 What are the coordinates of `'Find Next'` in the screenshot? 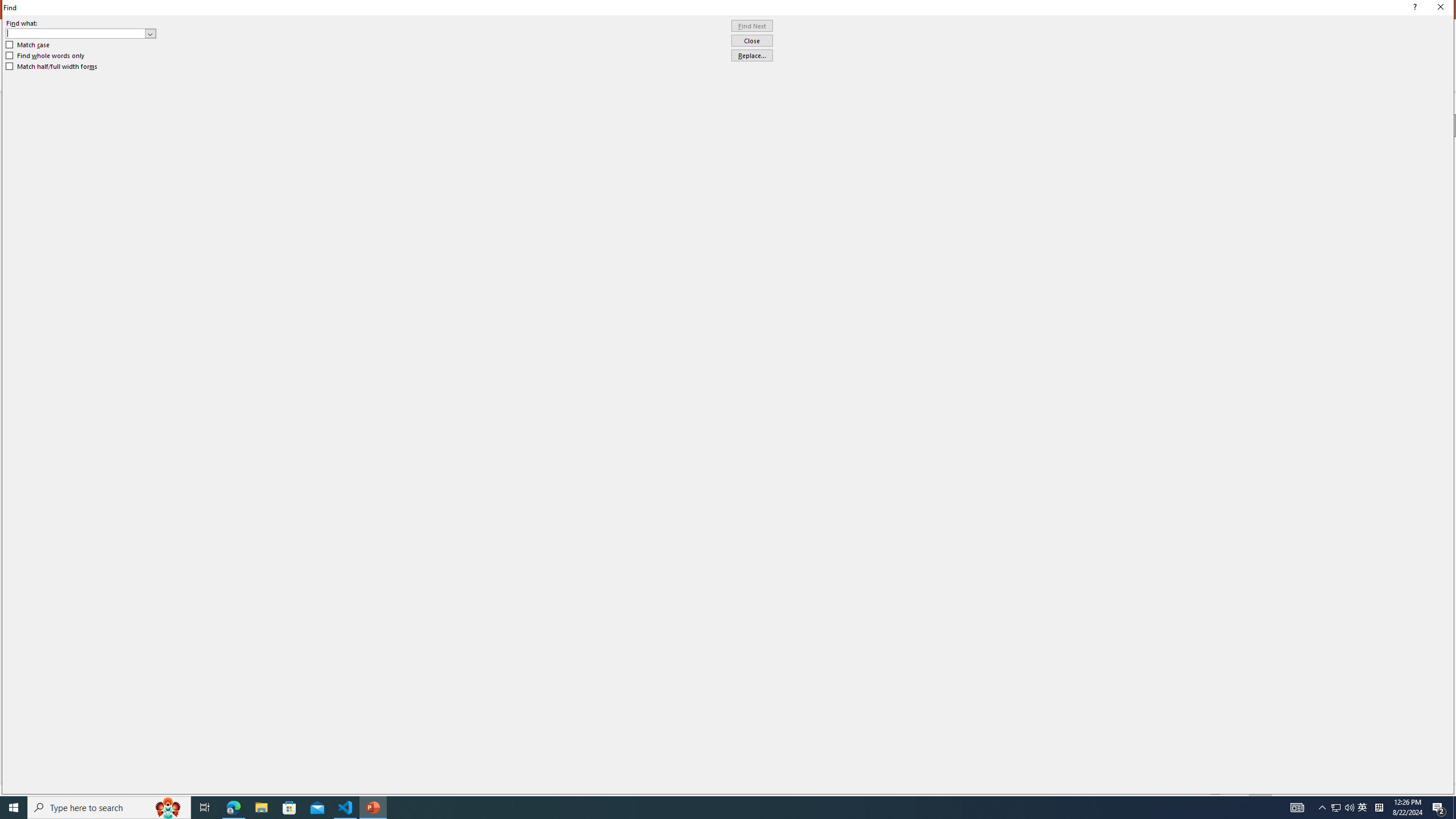 It's located at (751, 26).